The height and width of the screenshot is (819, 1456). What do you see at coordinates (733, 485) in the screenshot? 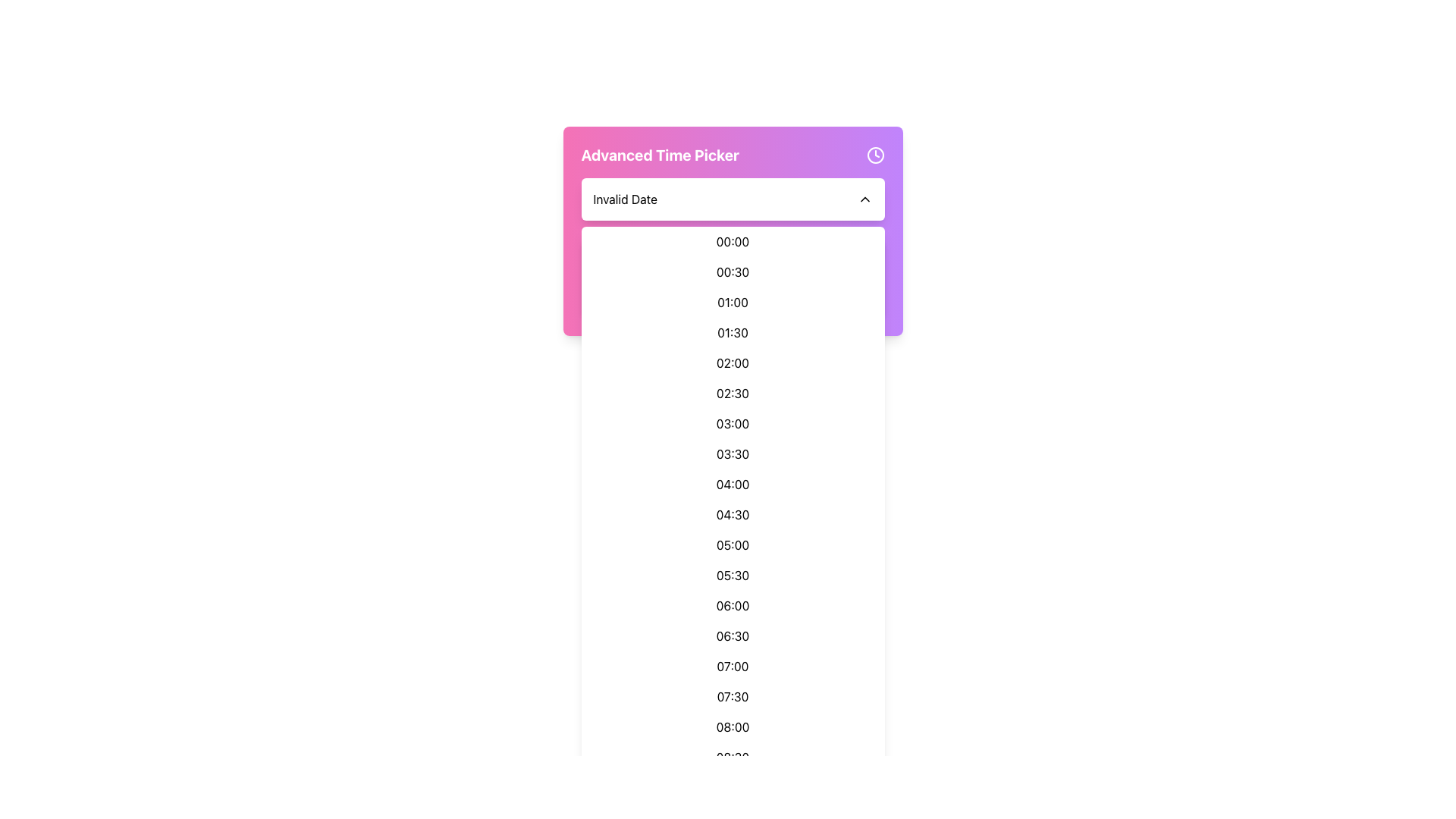
I see `the selectable time option '04:00' in the dropdown time picker to set the desired time input` at bounding box center [733, 485].